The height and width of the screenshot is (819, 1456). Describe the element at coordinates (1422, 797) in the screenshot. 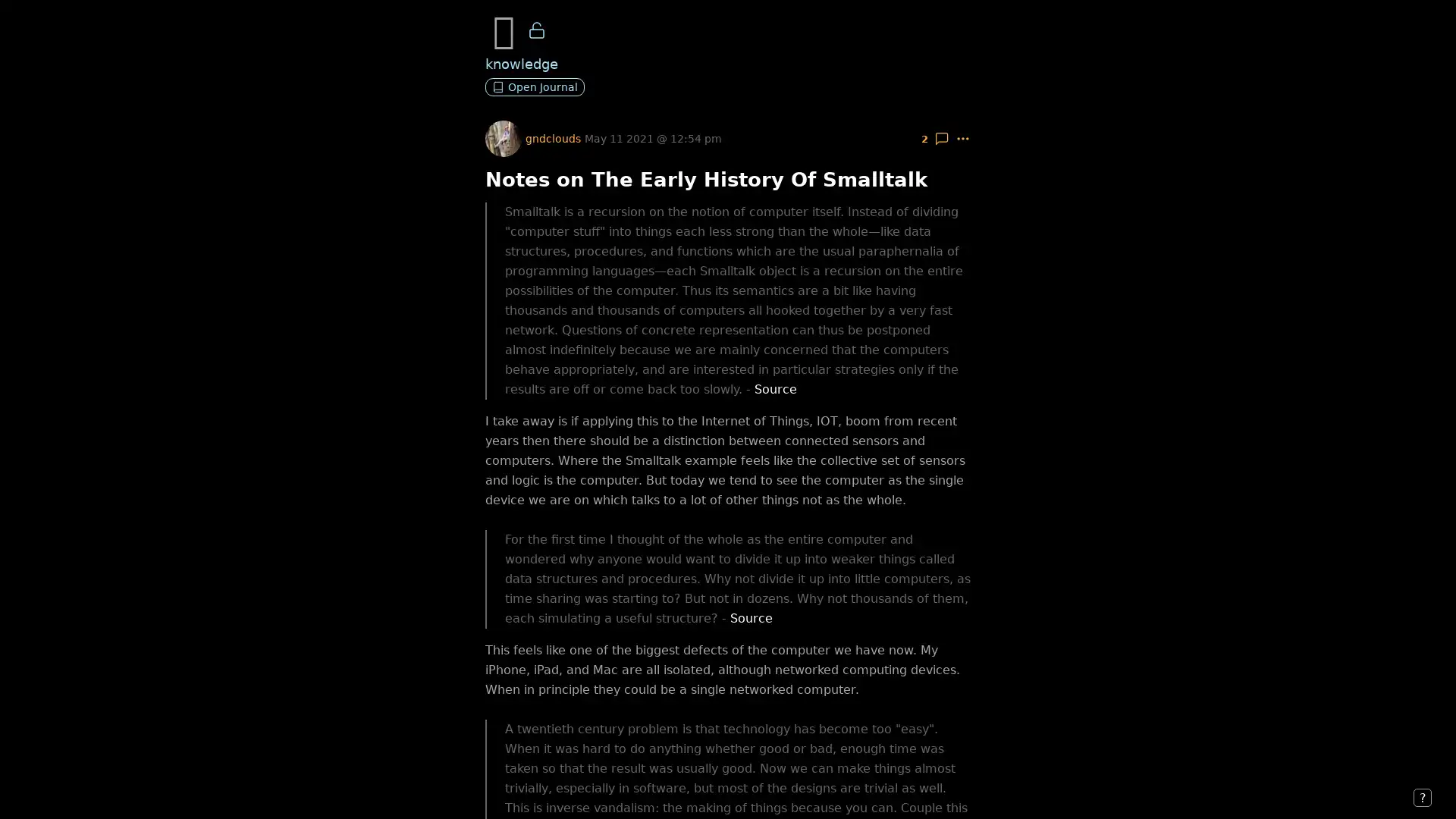

I see `?` at that location.